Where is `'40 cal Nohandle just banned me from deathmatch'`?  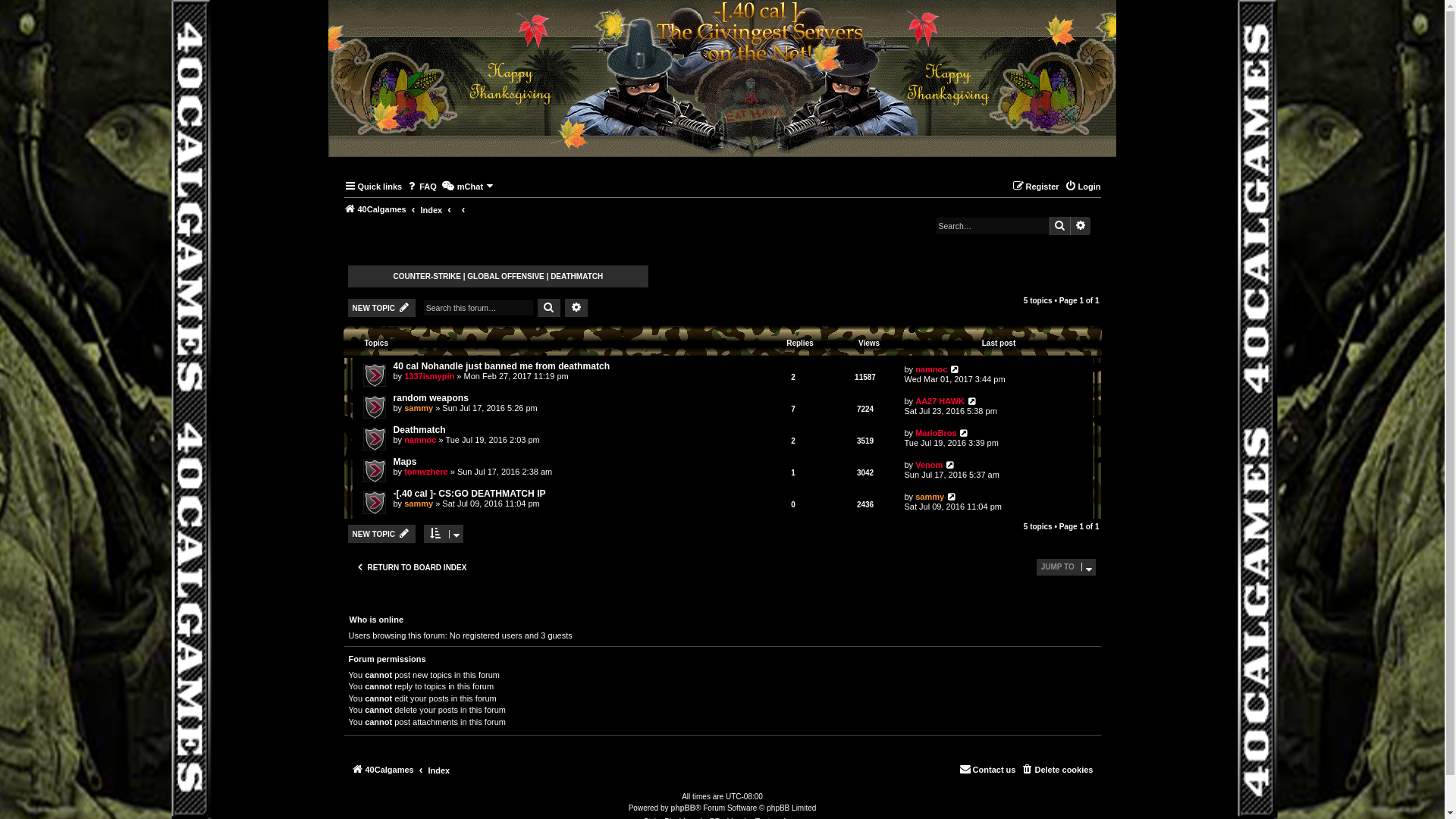
'40 cal Nohandle just banned me from deathmatch' is located at coordinates (501, 366).